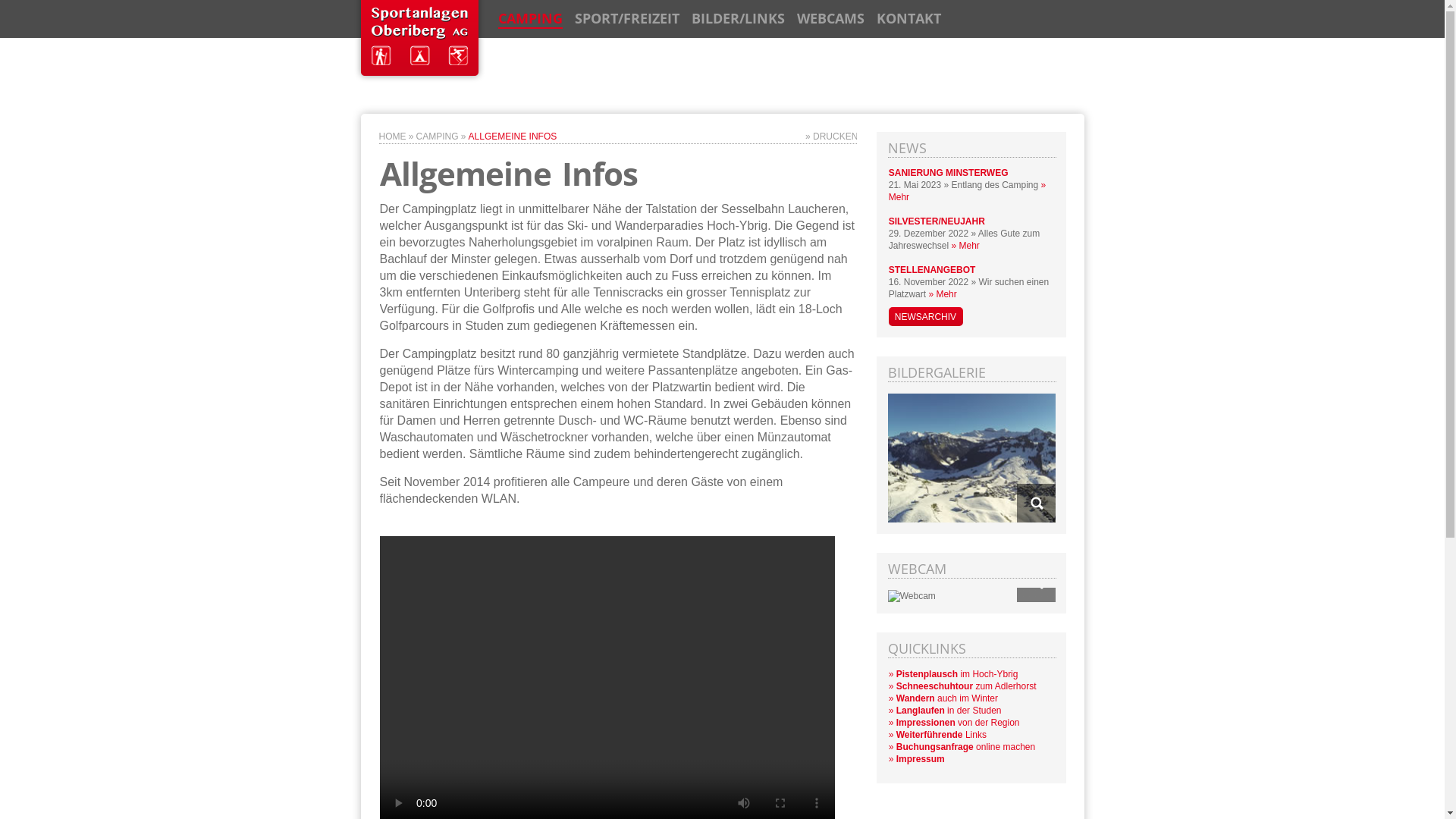 The height and width of the screenshot is (819, 1456). I want to click on 'SPORT/FREIZEIT', so click(626, 18).